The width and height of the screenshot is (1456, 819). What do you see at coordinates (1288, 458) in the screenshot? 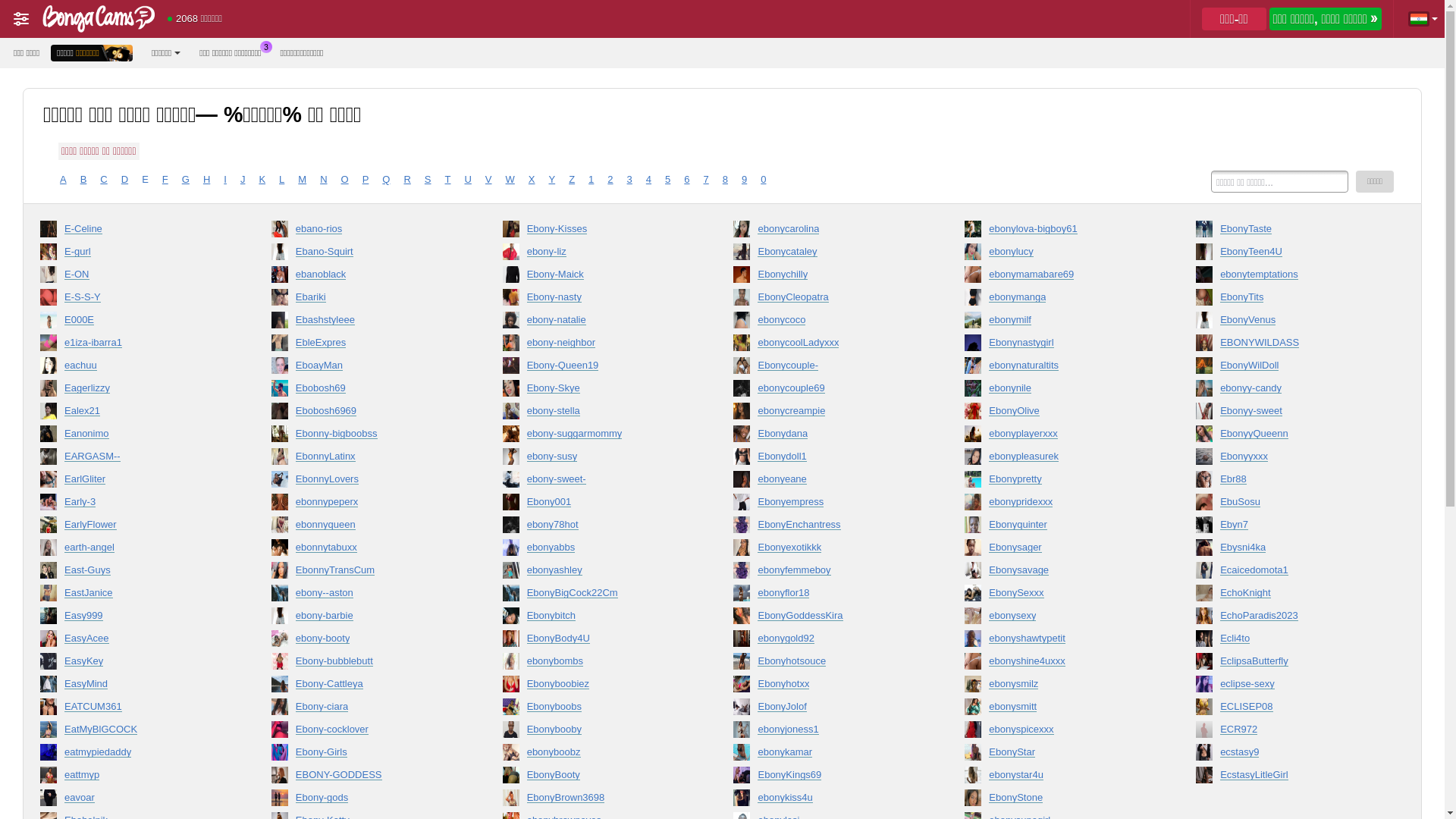
I see `'Ebonyyxxx'` at bounding box center [1288, 458].